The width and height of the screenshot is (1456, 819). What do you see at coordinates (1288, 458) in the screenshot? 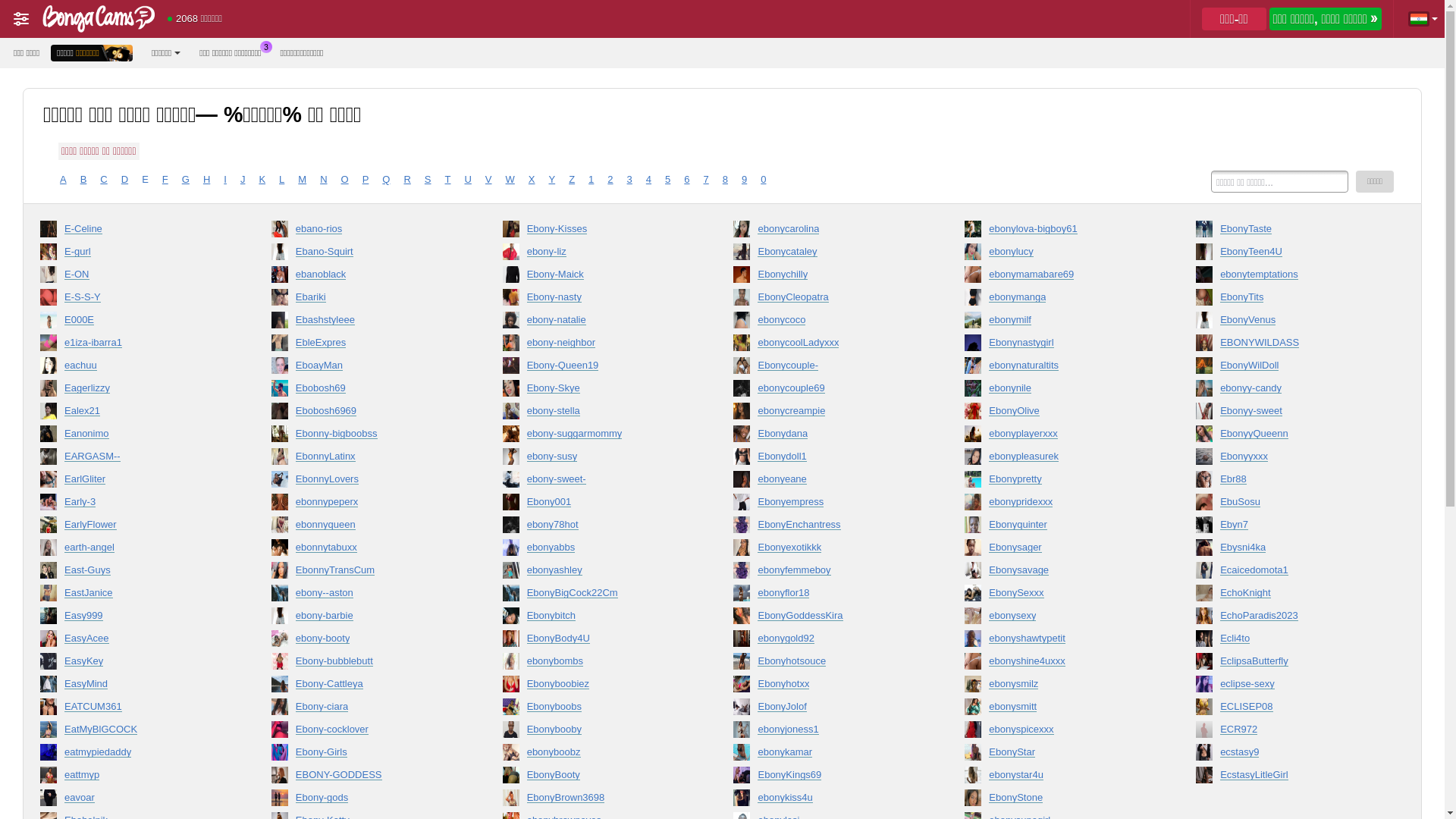
I see `'Ebonyyxxx'` at bounding box center [1288, 458].